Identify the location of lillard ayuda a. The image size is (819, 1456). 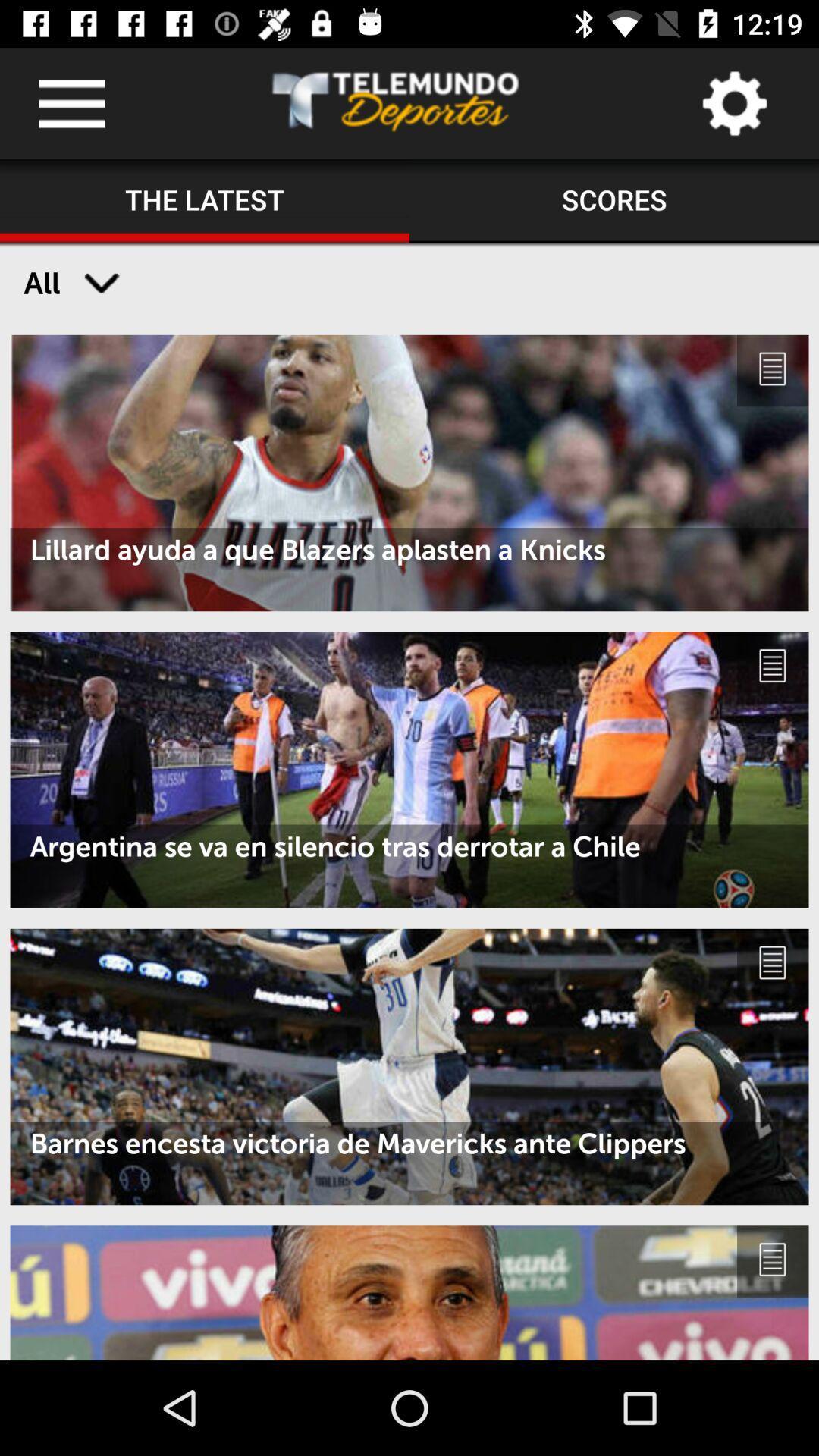
(409, 549).